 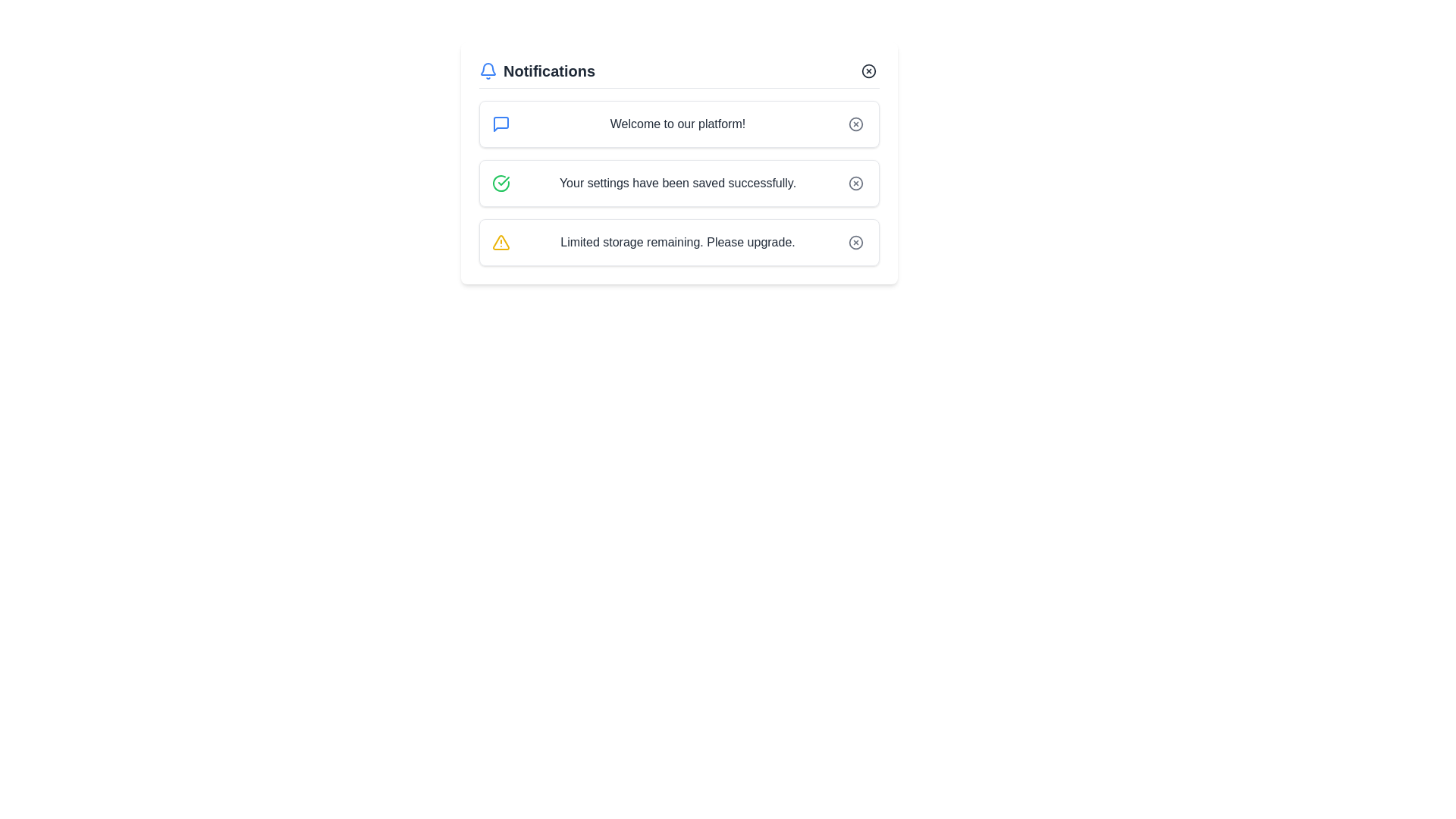 What do you see at coordinates (501, 183) in the screenshot?
I see `the green checkmark icon in the notifications panel to acknowledge the message 'Your settings have been saved successfully.'` at bounding box center [501, 183].